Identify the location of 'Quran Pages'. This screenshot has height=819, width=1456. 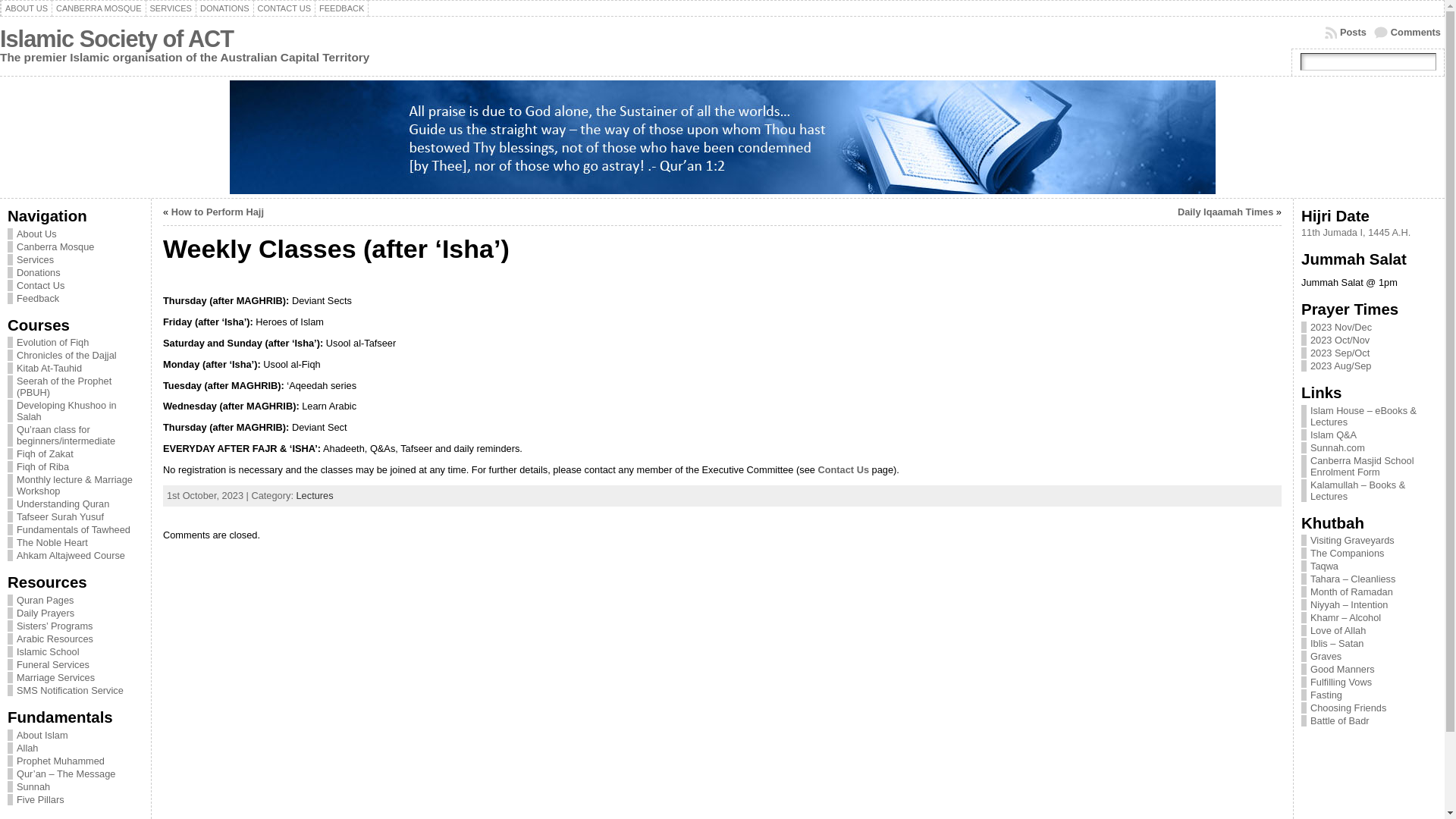
(7, 599).